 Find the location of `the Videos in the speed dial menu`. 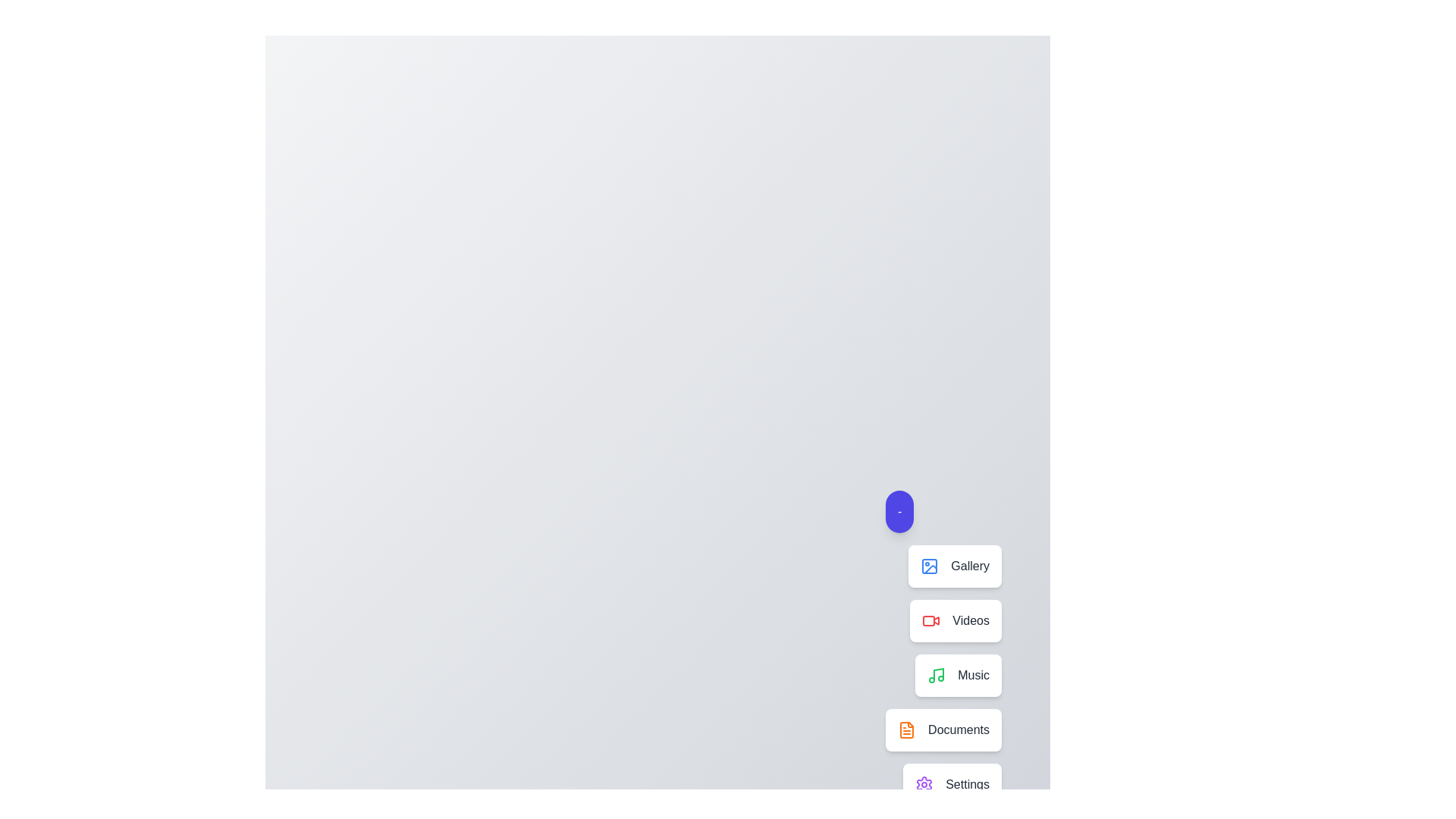

the Videos in the speed dial menu is located at coordinates (955, 620).